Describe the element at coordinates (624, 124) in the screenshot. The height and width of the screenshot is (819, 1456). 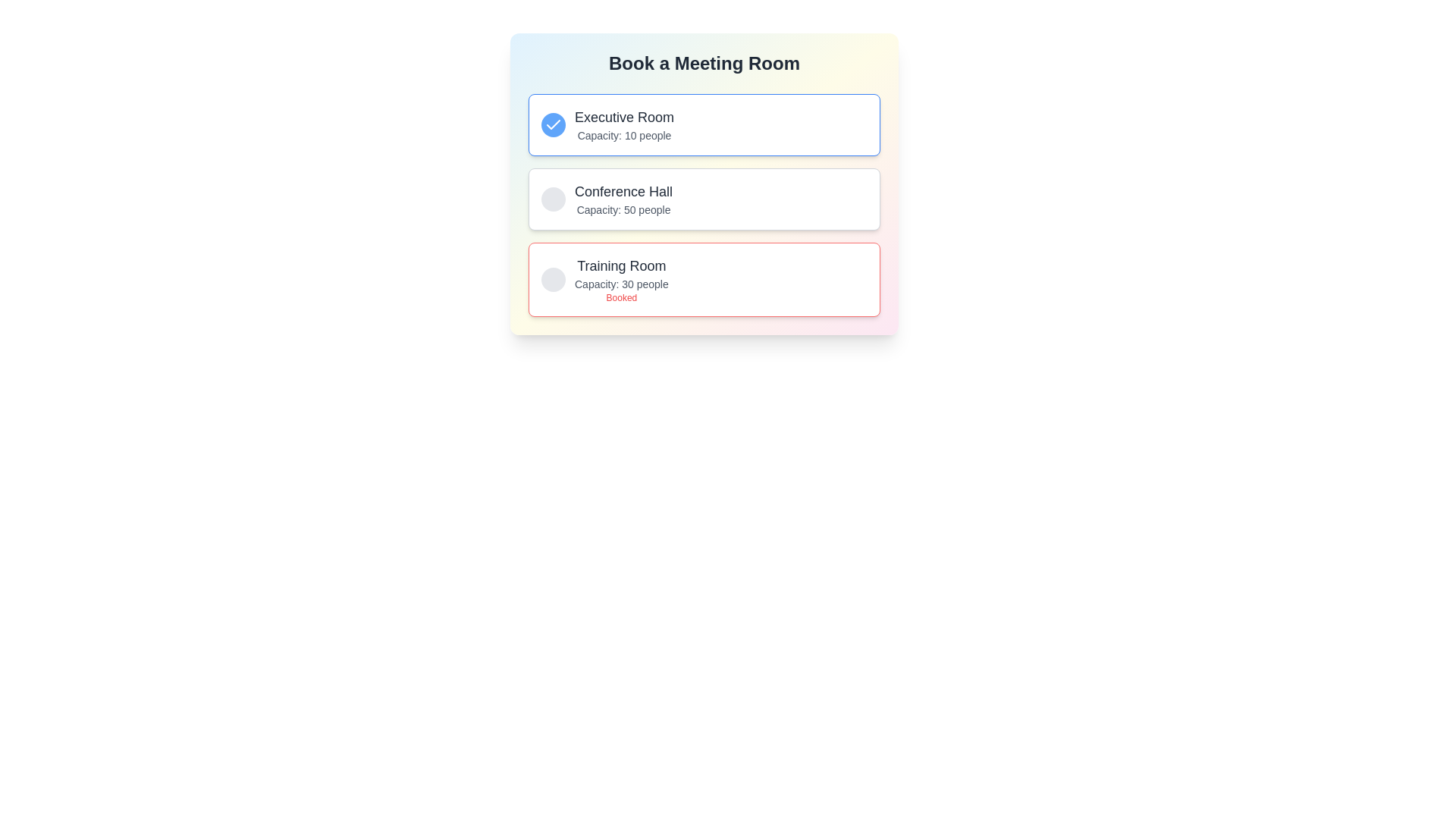
I see `the static text display that shows 'Executive Room' with a capacity of 10 people, positioned centrally in the list of meeting rooms` at that location.